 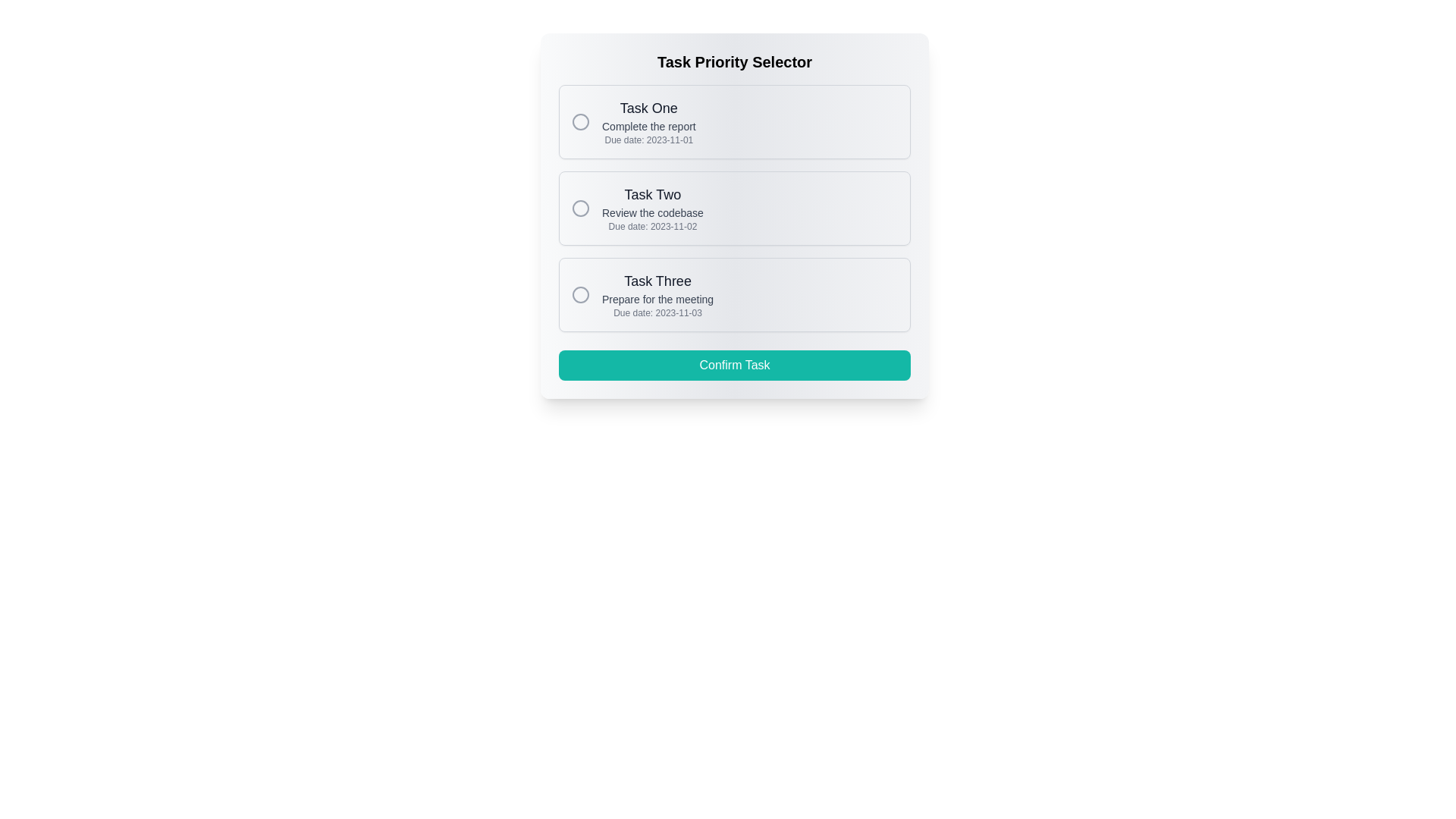 What do you see at coordinates (652, 208) in the screenshot?
I see `text displayed in the second task item, which includes its title, description, and due date` at bounding box center [652, 208].